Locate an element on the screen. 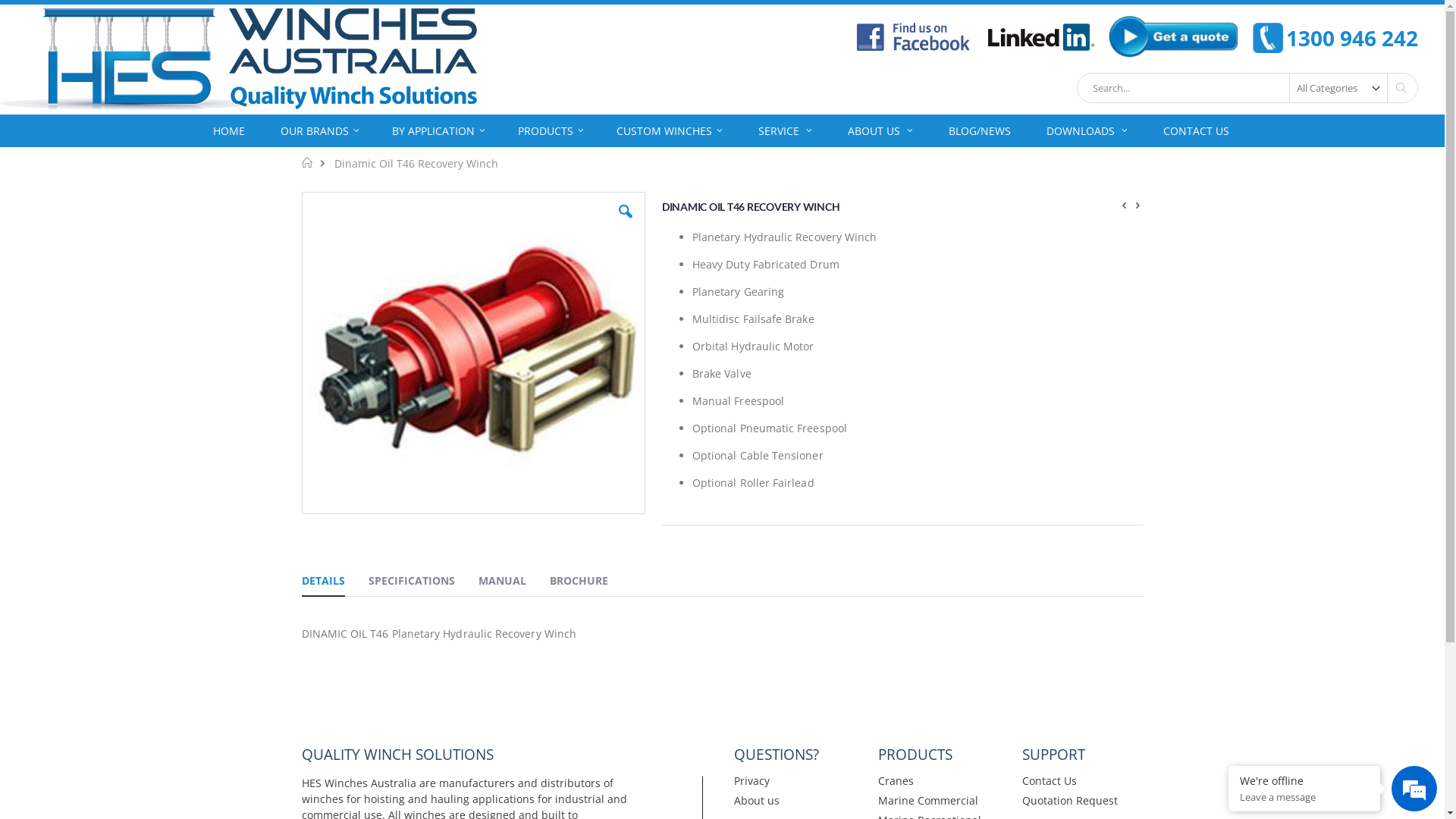 The image size is (1456, 819). 'PRODUCTS' is located at coordinates (550, 130).